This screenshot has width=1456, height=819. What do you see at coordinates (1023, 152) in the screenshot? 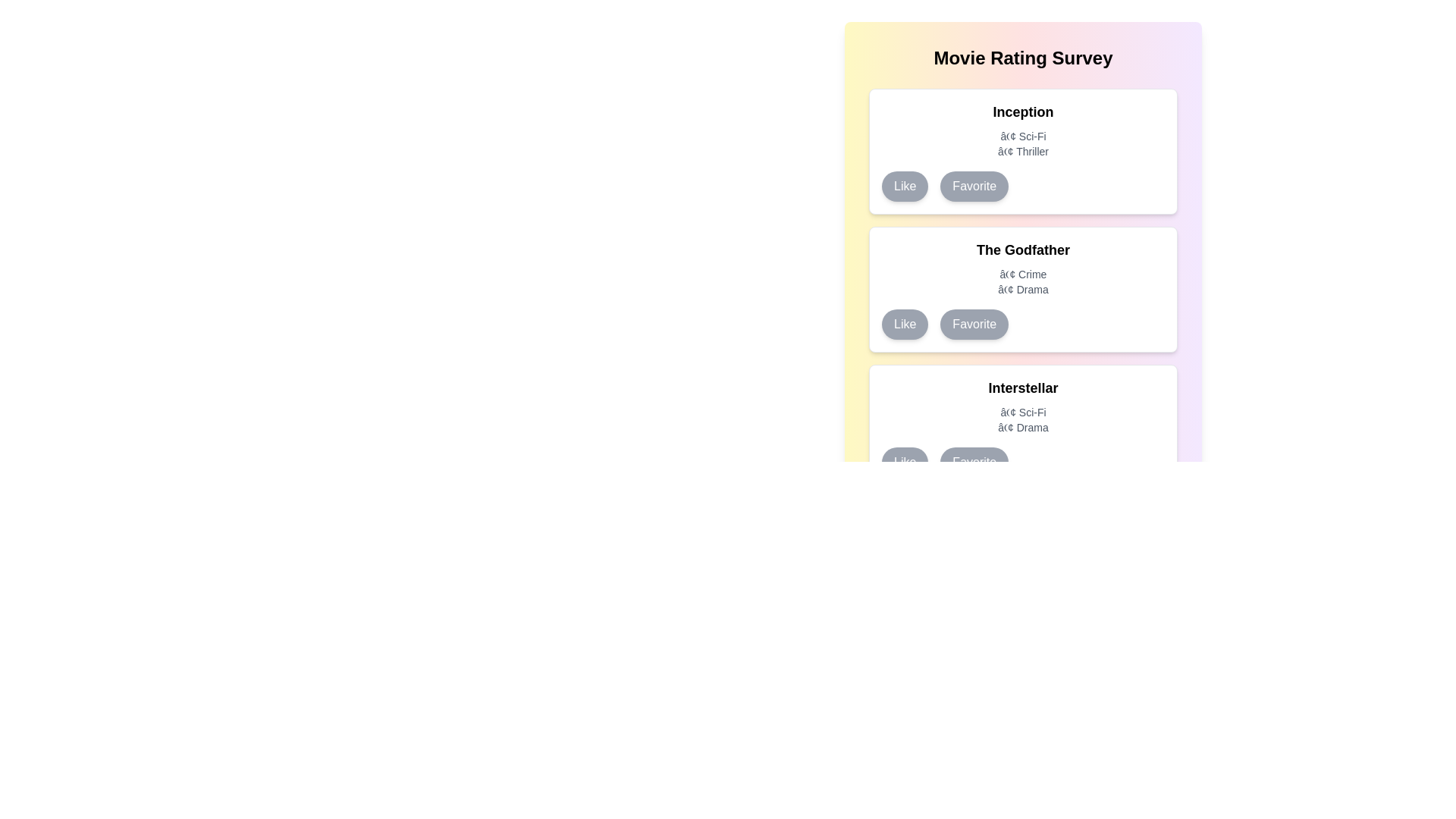
I see `the text label displaying the genre '• Thriller', which is positioned below '• Sci-Fi' in the movie card for 'Inception'` at bounding box center [1023, 152].